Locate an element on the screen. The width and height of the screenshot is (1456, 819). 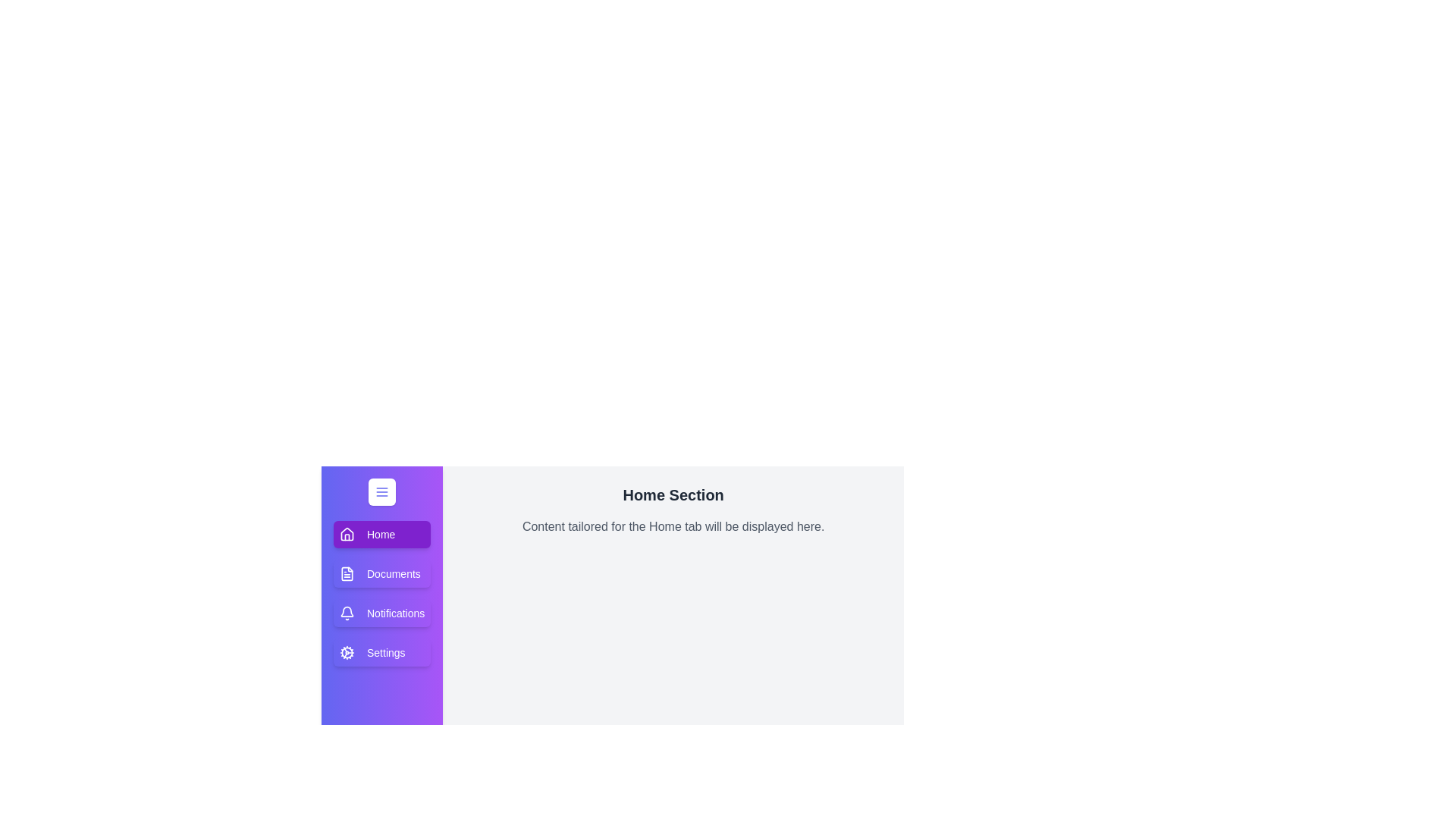
the Documents tab to view its content is located at coordinates (382, 573).